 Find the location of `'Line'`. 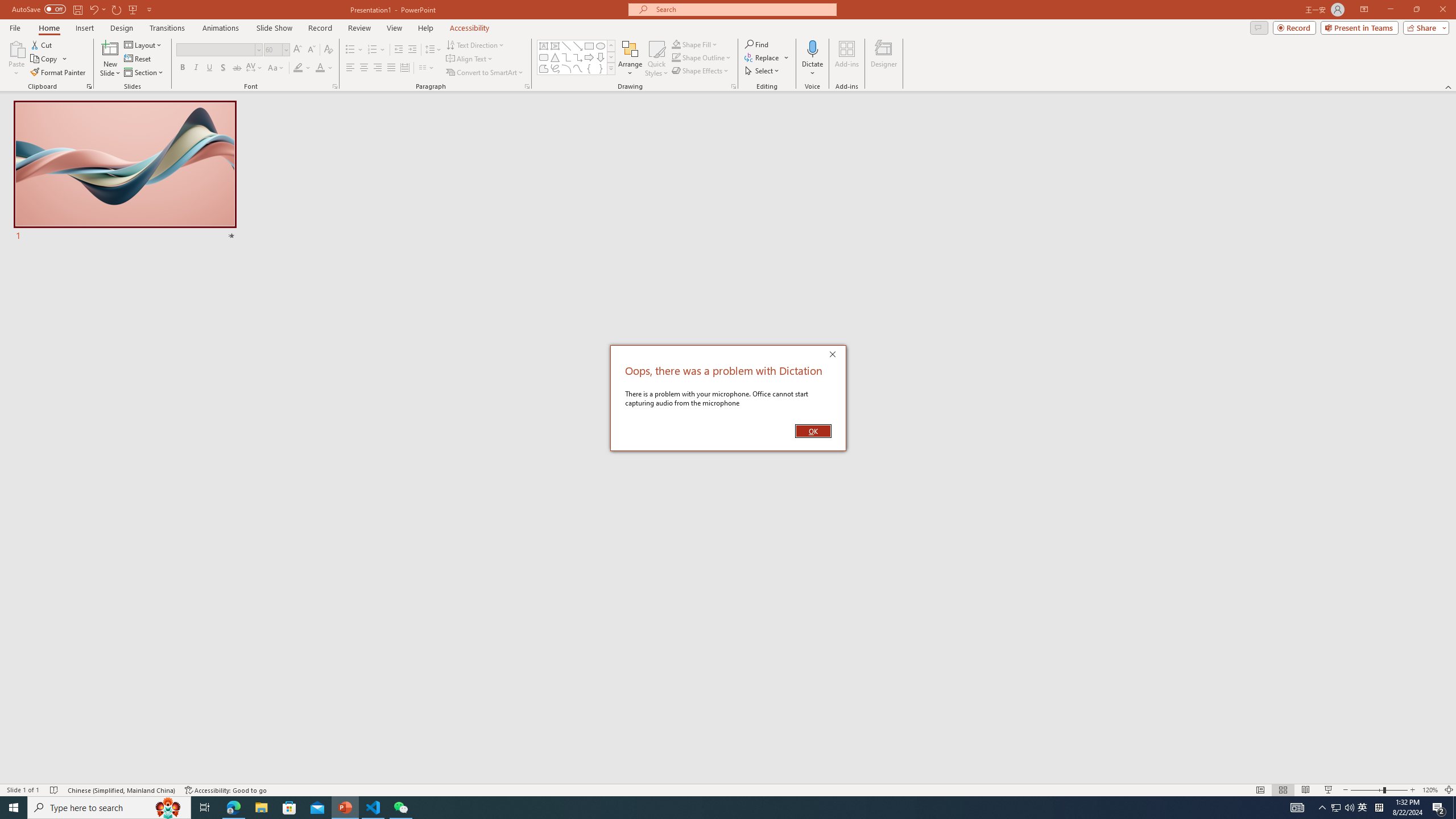

'Line' is located at coordinates (565, 45).